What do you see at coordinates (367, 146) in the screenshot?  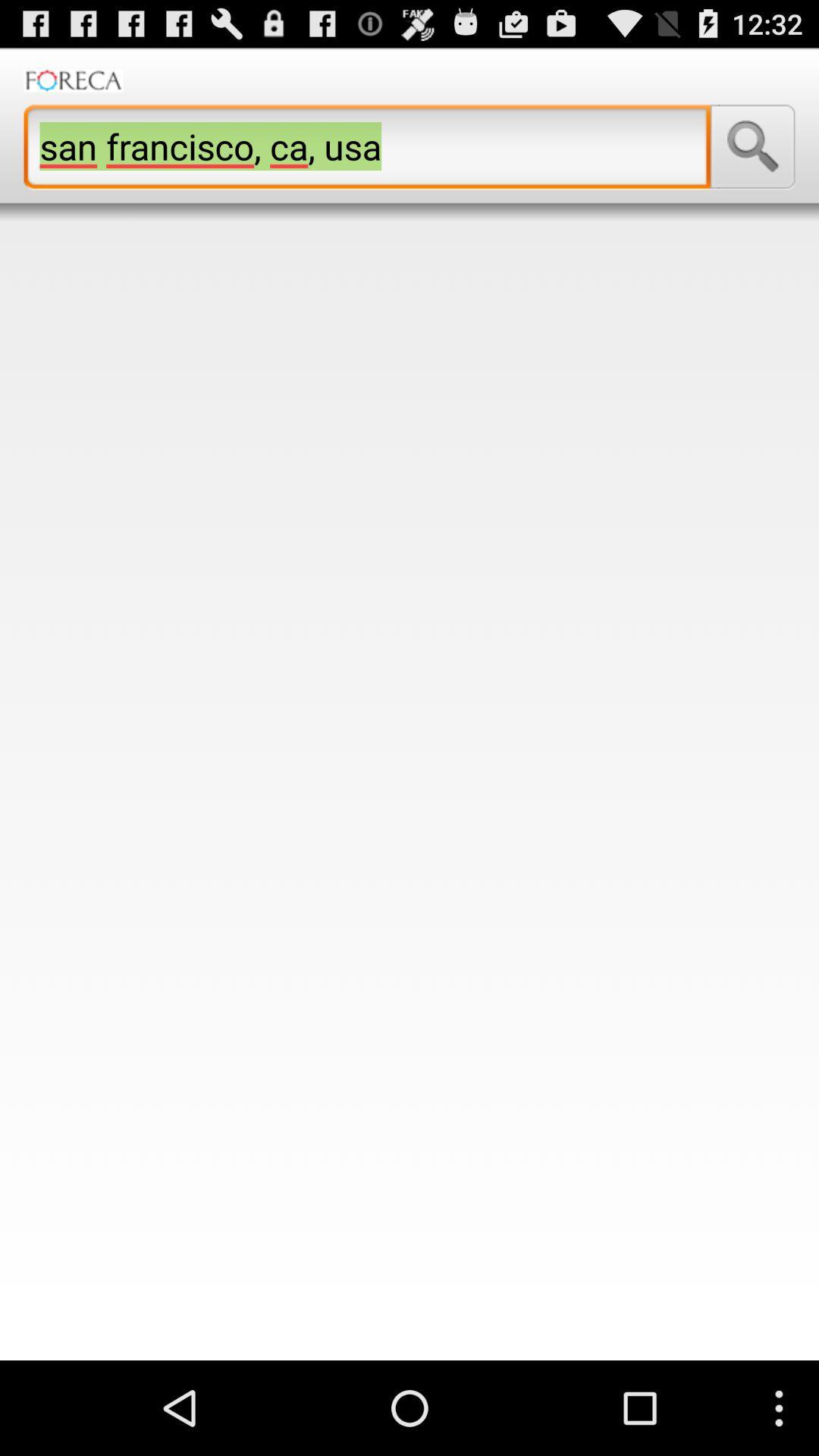 I see `the san francisco ca` at bounding box center [367, 146].